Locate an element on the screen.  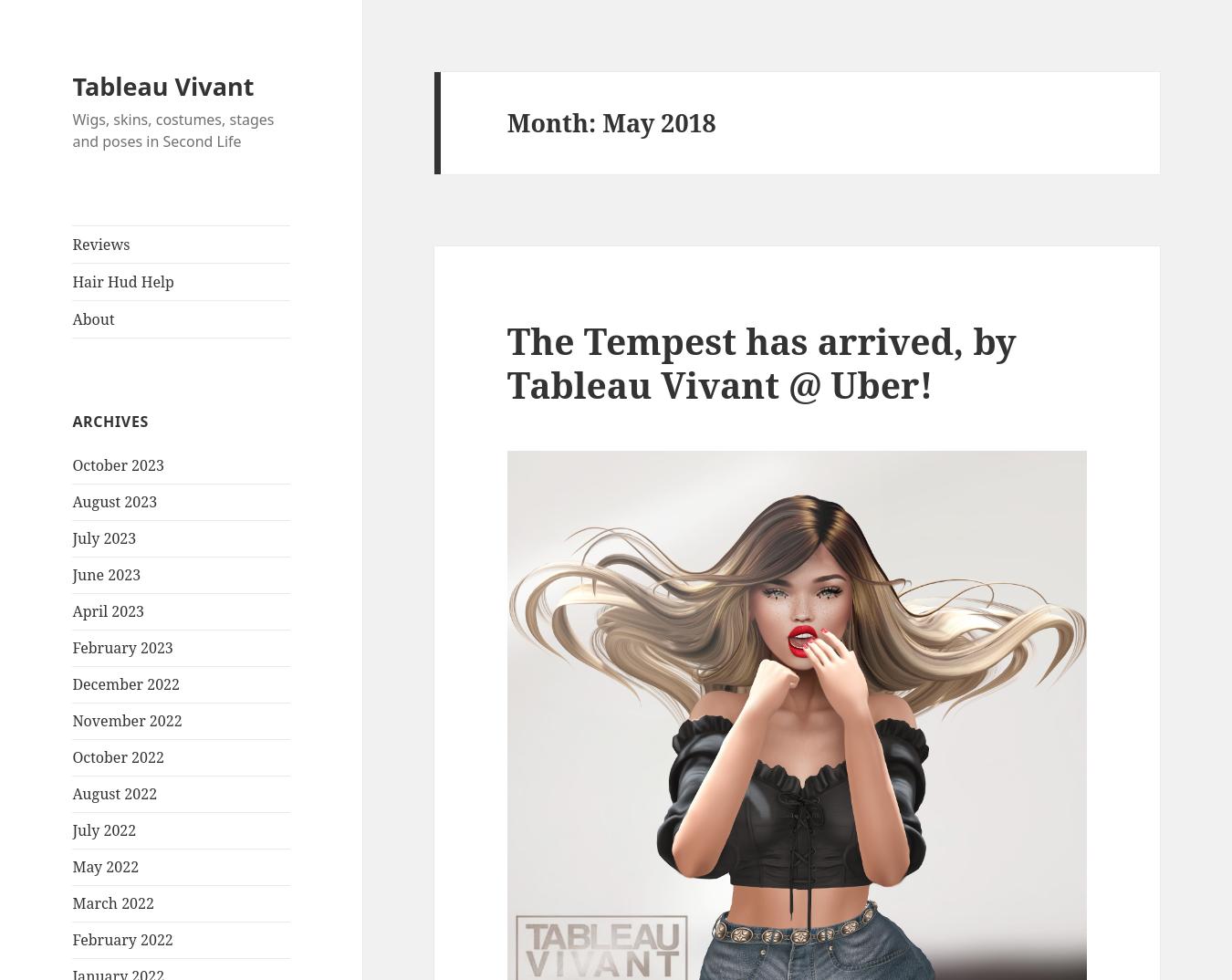
'Hair Hud Help' is located at coordinates (122, 281).